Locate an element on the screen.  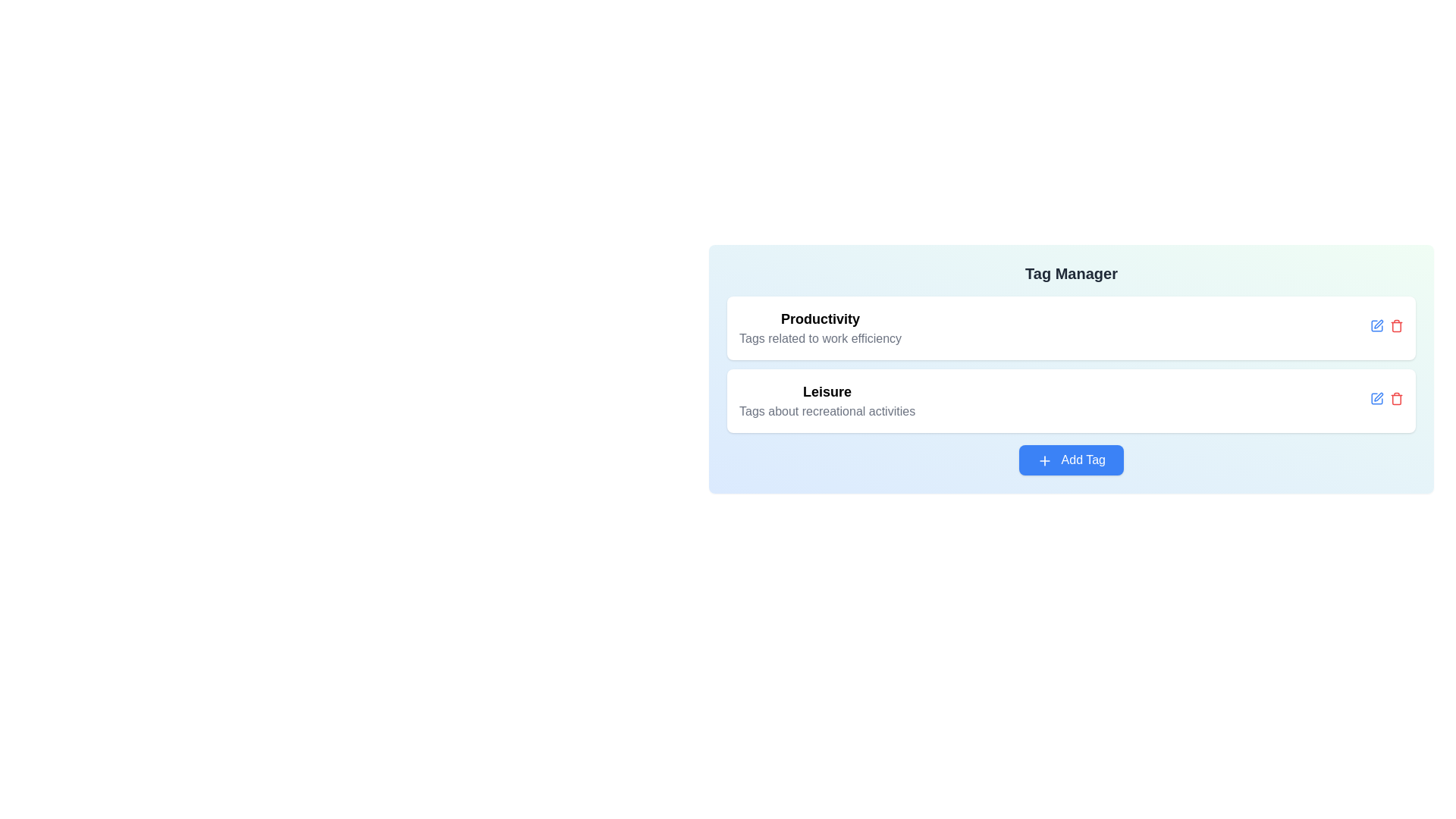
the Icon button that allows modification of the 'Productivity' tag, located on the right side of the row in the 'Tag Manager' interface, before the delete icon is located at coordinates (1376, 325).